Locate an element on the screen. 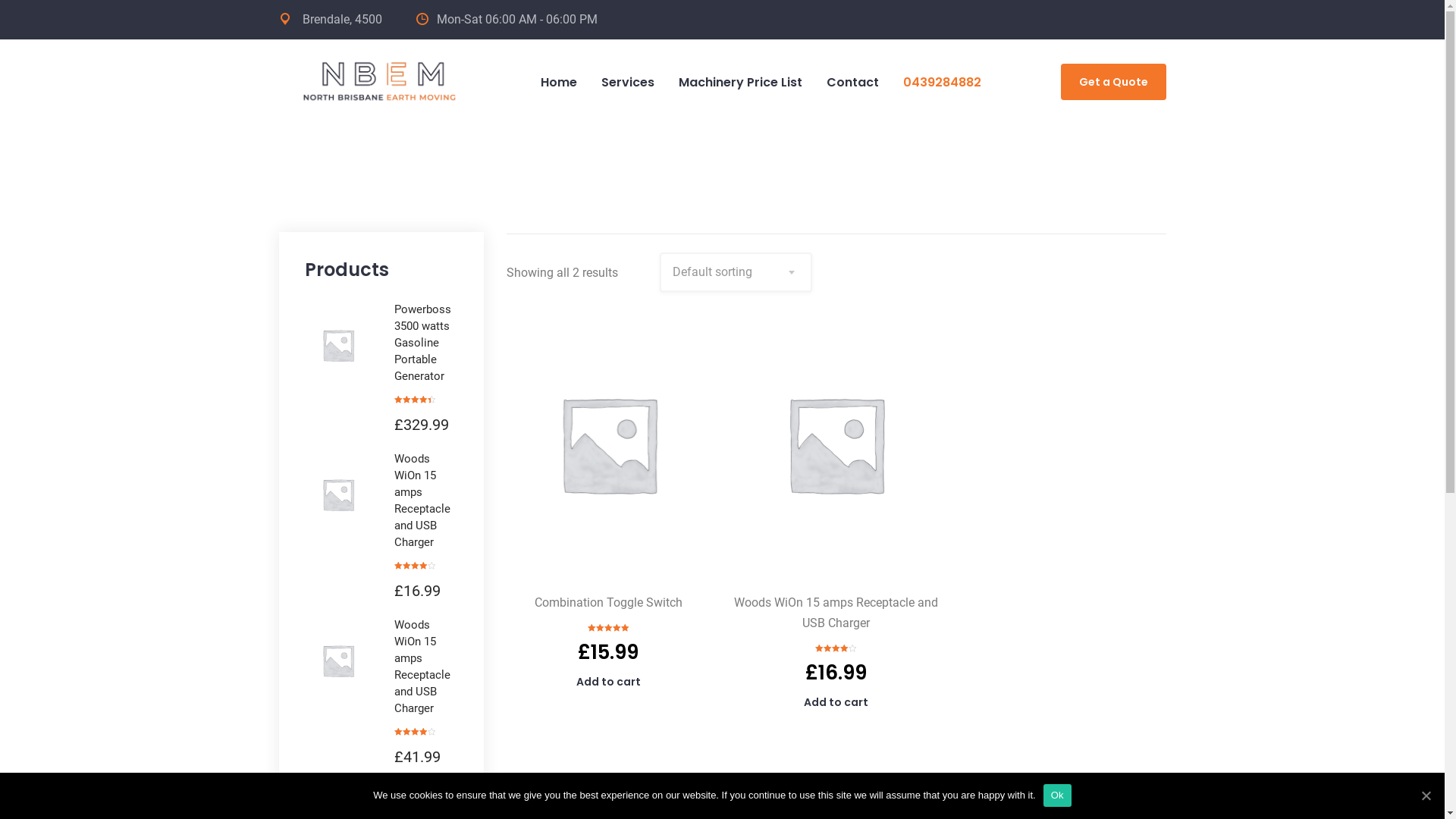 This screenshot has width=1456, height=819. 'Woods WiOn 15 amps Receptacle and USB Charger' is located at coordinates (835, 611).